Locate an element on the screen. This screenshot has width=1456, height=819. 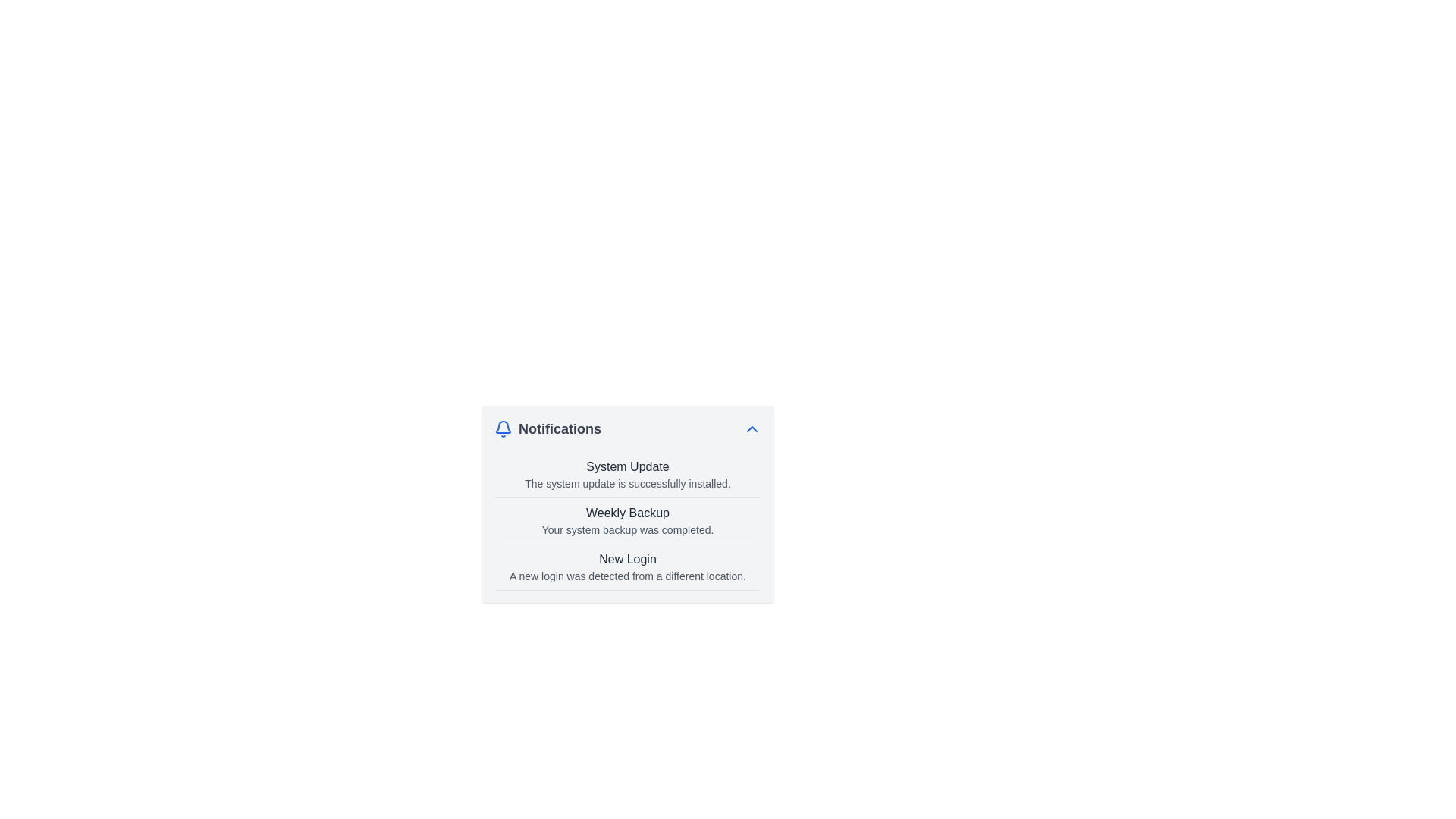
text displayed in the title of the notification block titled 'System Update', which is positioned directly above the text 'The system update is successfully installed' is located at coordinates (628, 466).